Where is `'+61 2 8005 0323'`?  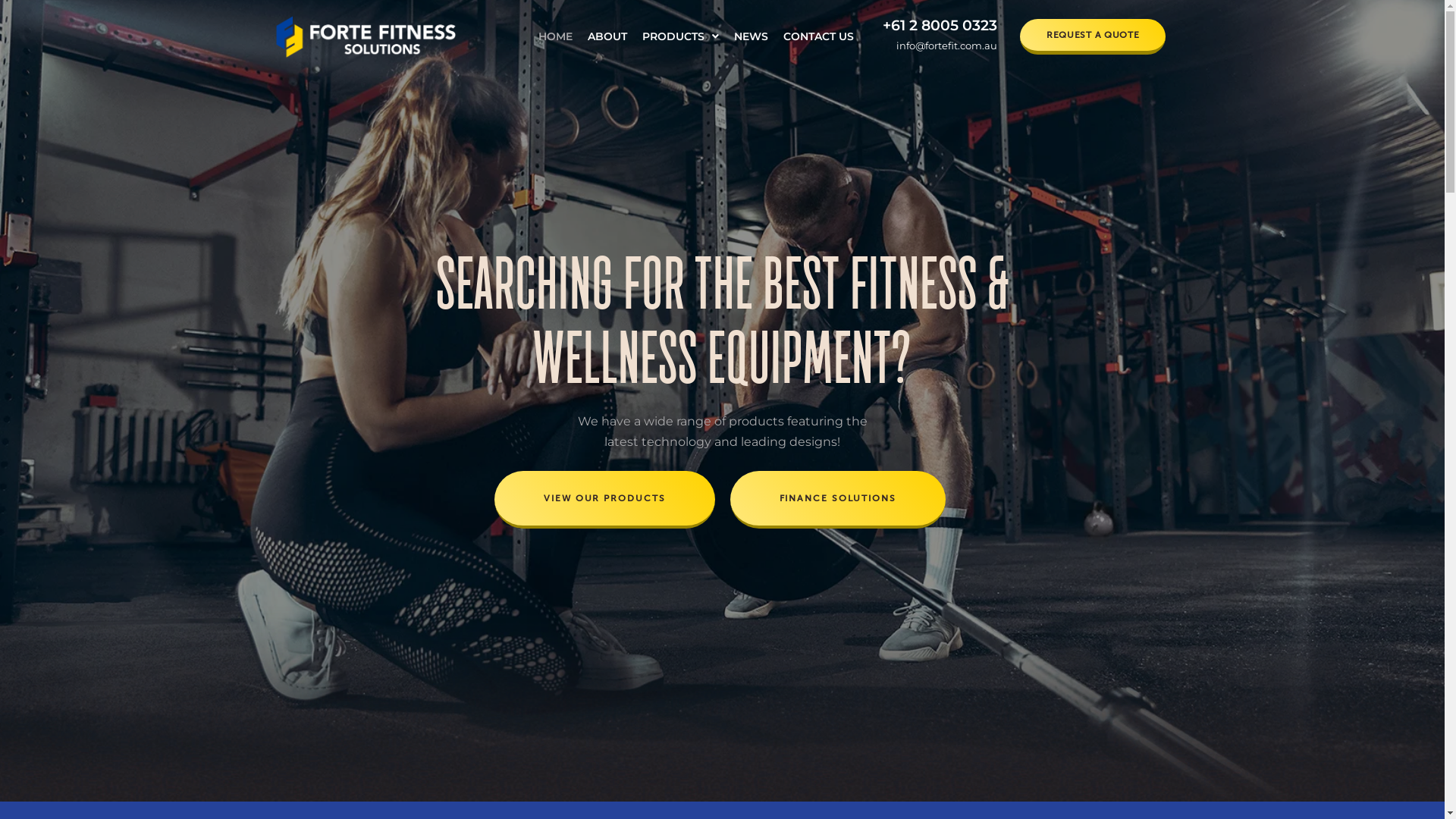 '+61 2 8005 0323' is located at coordinates (939, 25).